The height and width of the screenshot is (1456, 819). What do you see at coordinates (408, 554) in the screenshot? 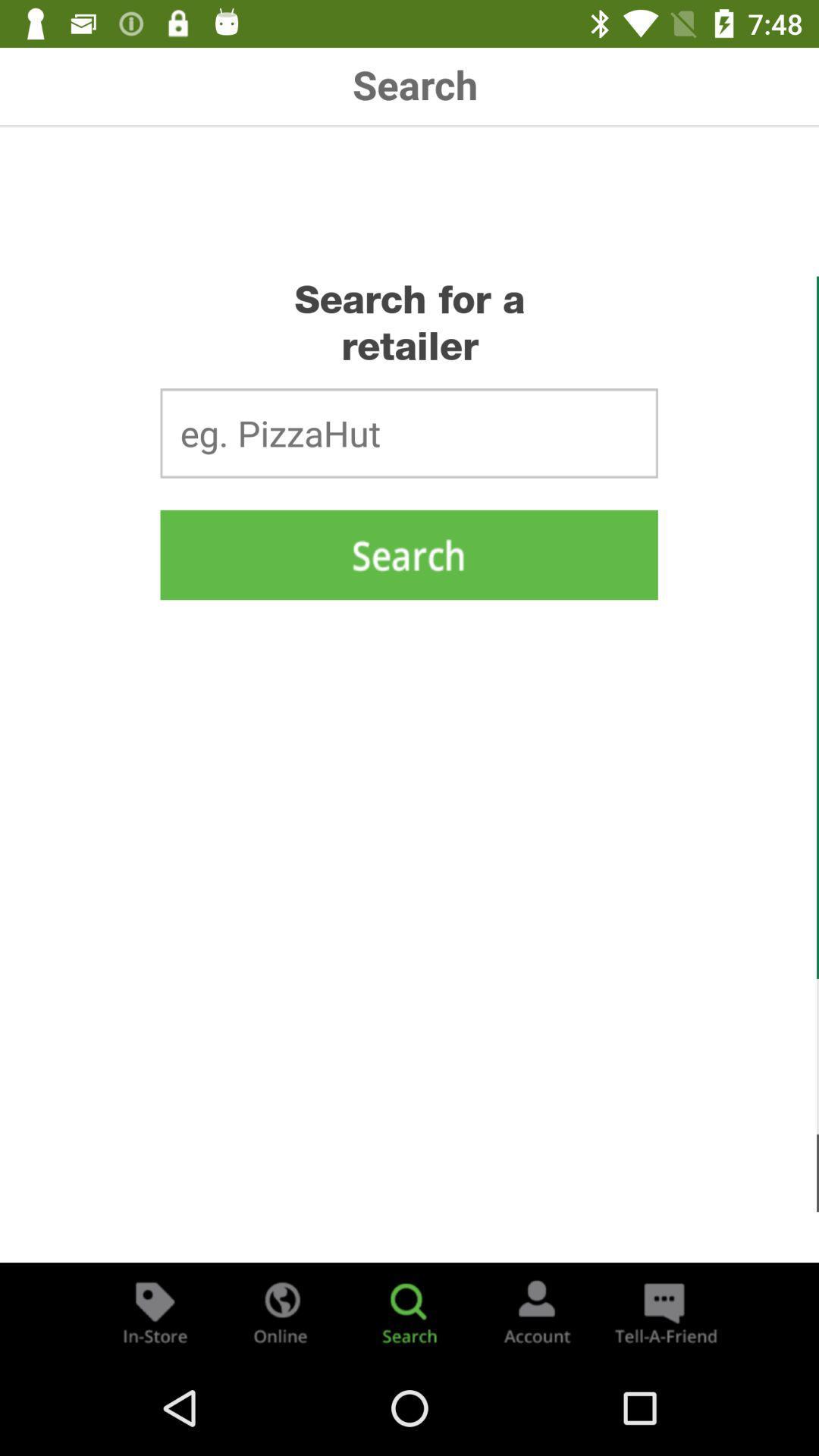
I see `search retailers` at bounding box center [408, 554].